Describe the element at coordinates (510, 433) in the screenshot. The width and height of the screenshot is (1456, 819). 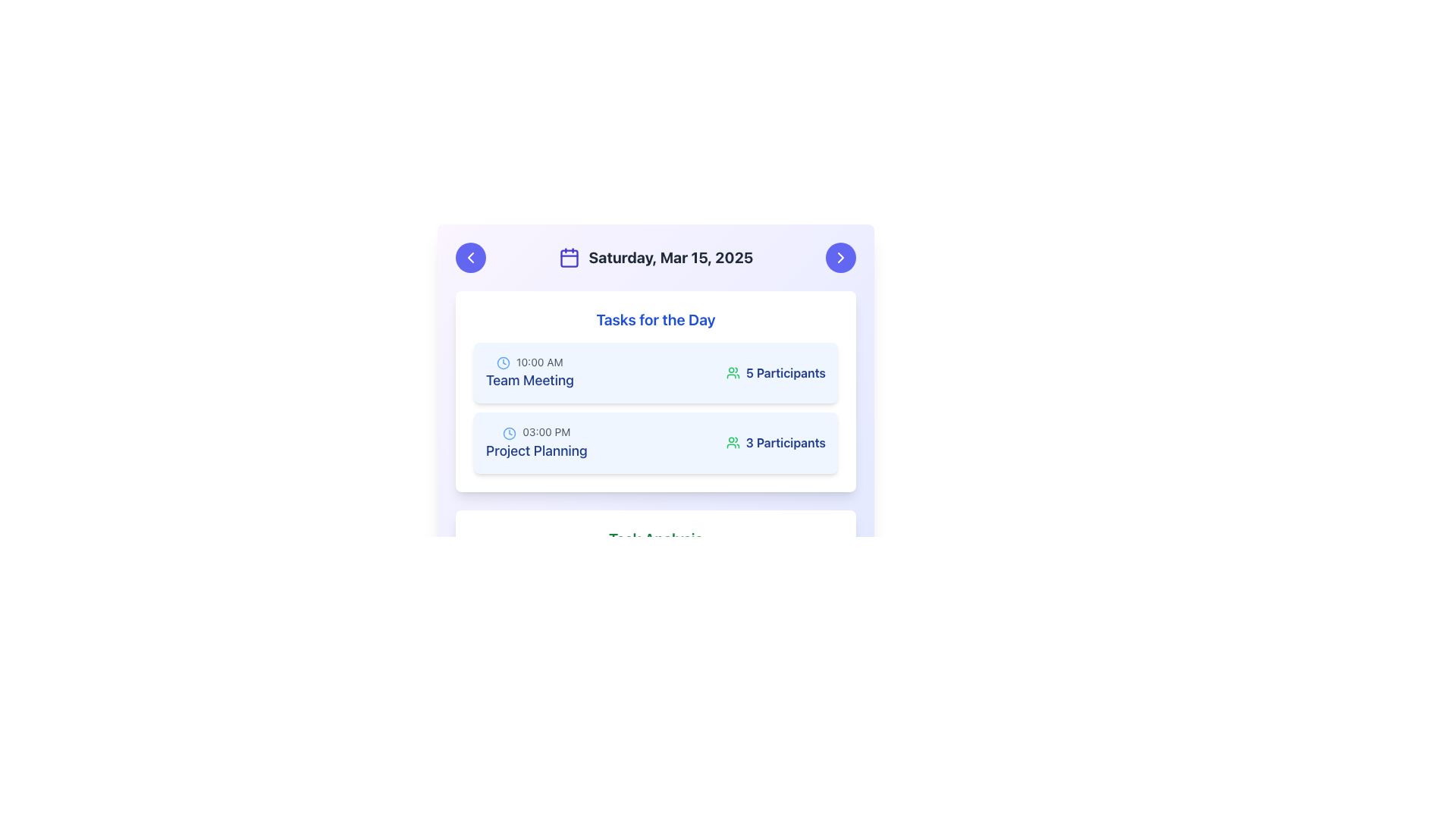
I see `the blue clock icon located to the left of the '03:00 PM' text, which is part of the second list item for the day's tasks` at that location.